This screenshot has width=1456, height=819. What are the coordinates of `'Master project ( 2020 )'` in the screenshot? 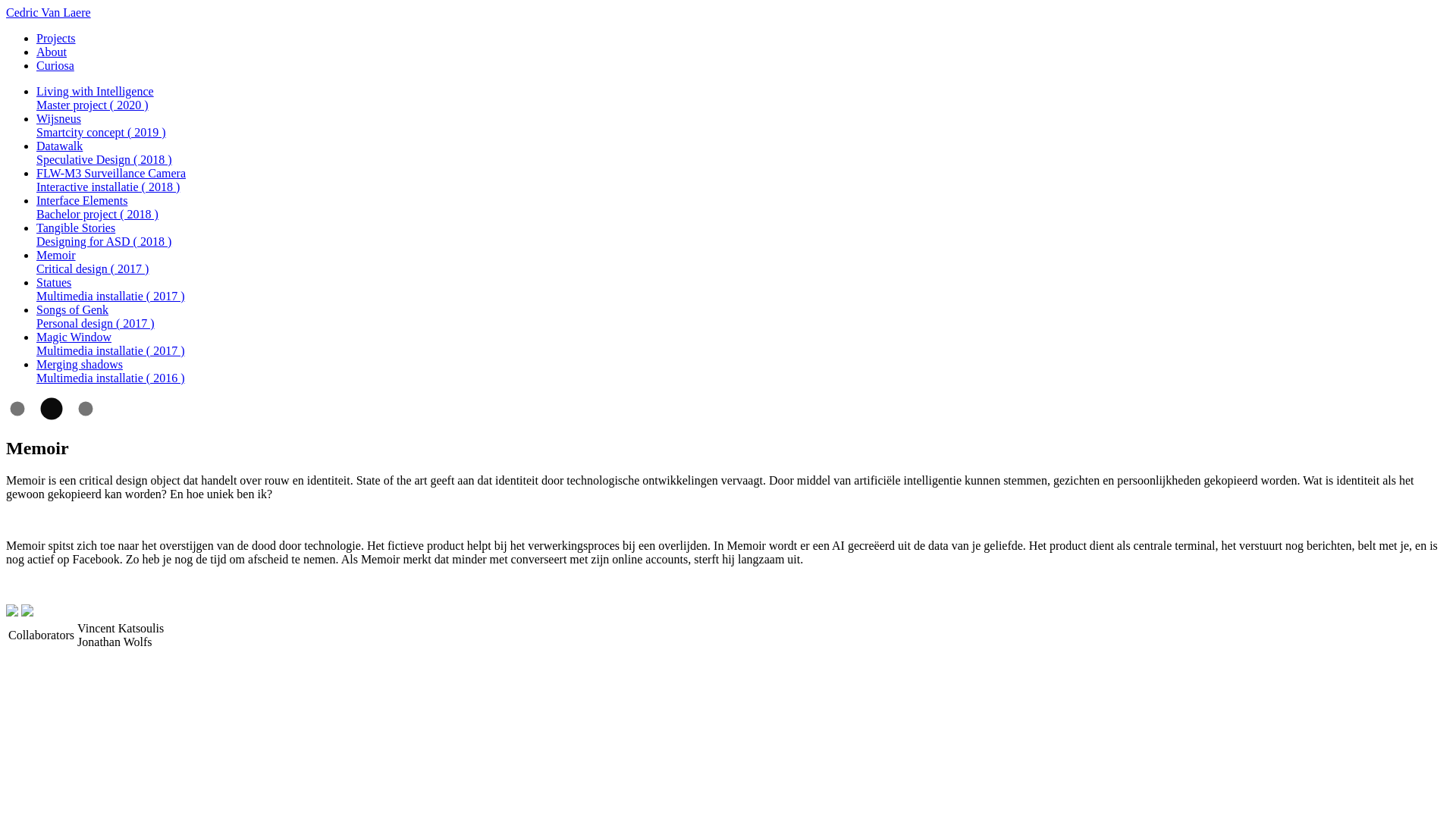 It's located at (91, 104).